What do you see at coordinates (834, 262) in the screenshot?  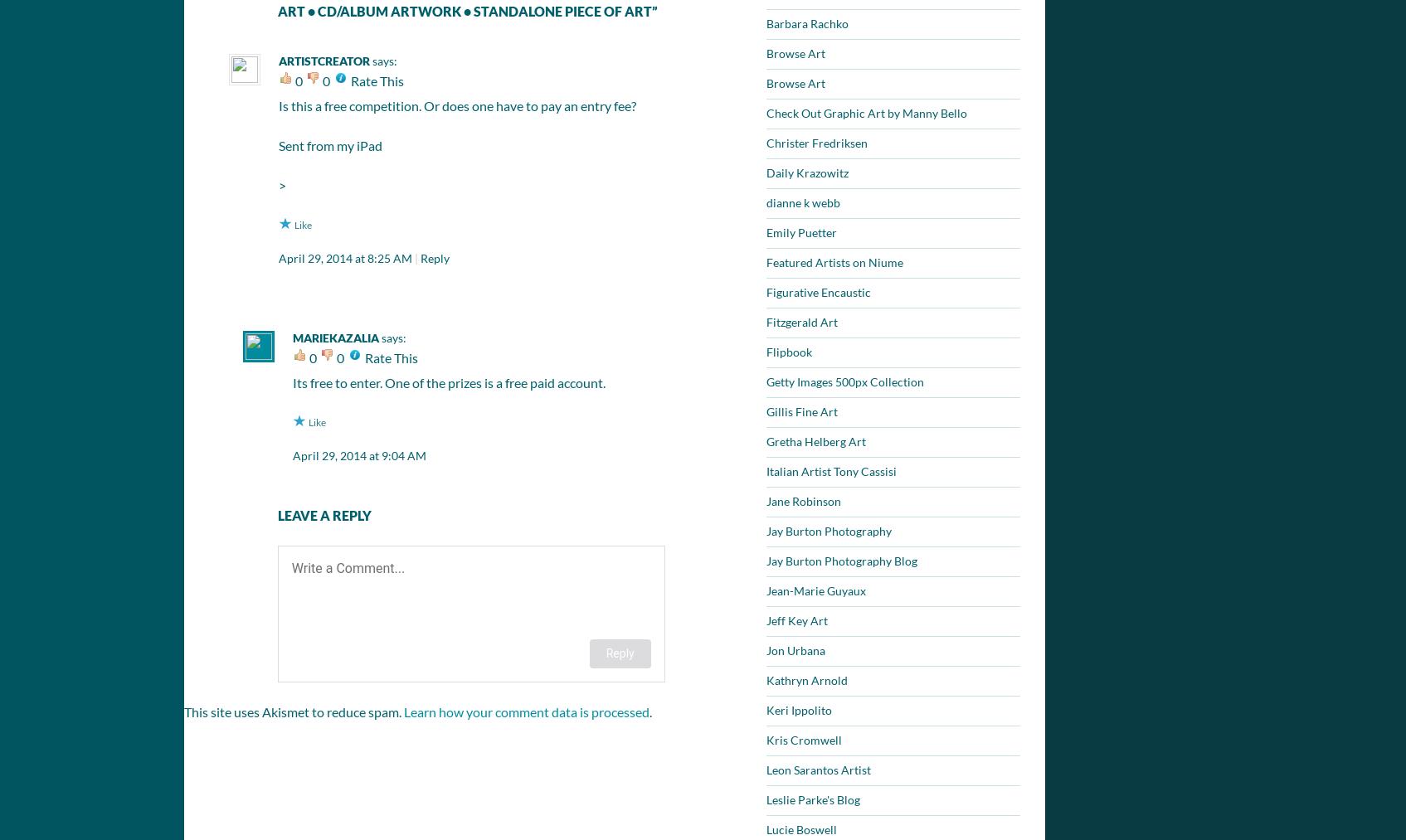 I see `'Featured Artists on Niume'` at bounding box center [834, 262].